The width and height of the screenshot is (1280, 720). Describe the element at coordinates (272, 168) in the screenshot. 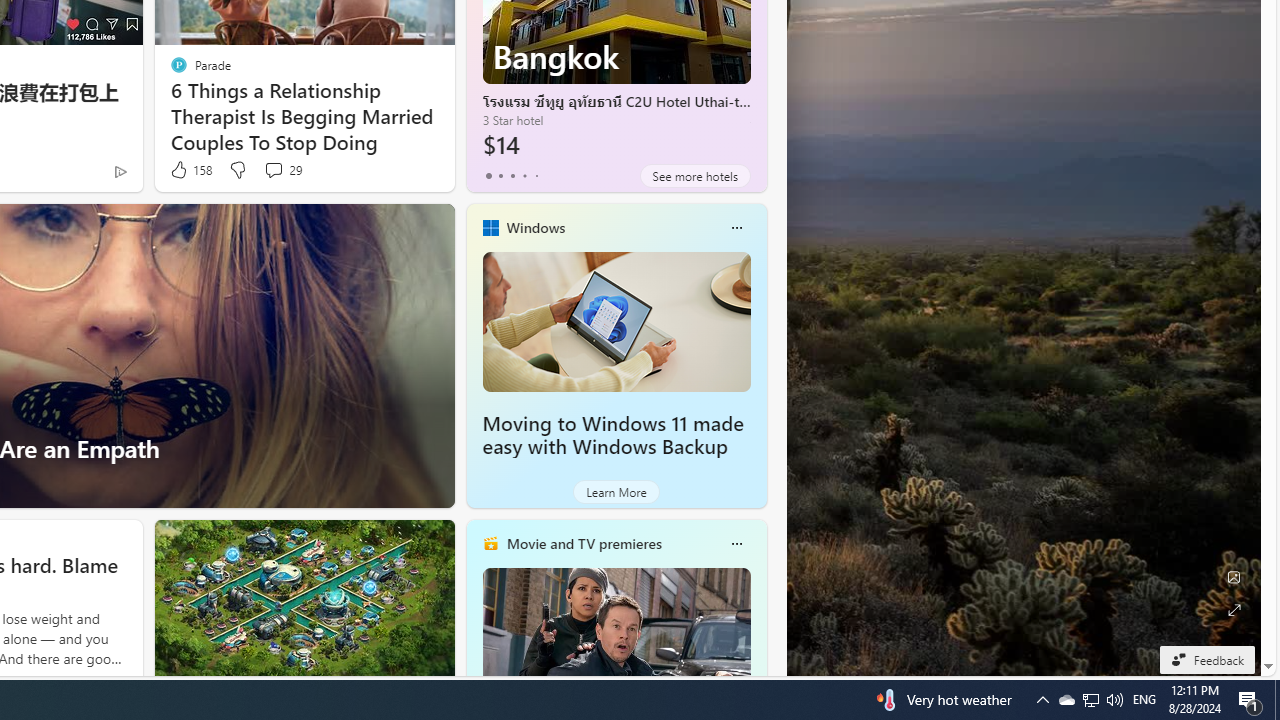

I see `'View comments 29 Comment'` at that location.